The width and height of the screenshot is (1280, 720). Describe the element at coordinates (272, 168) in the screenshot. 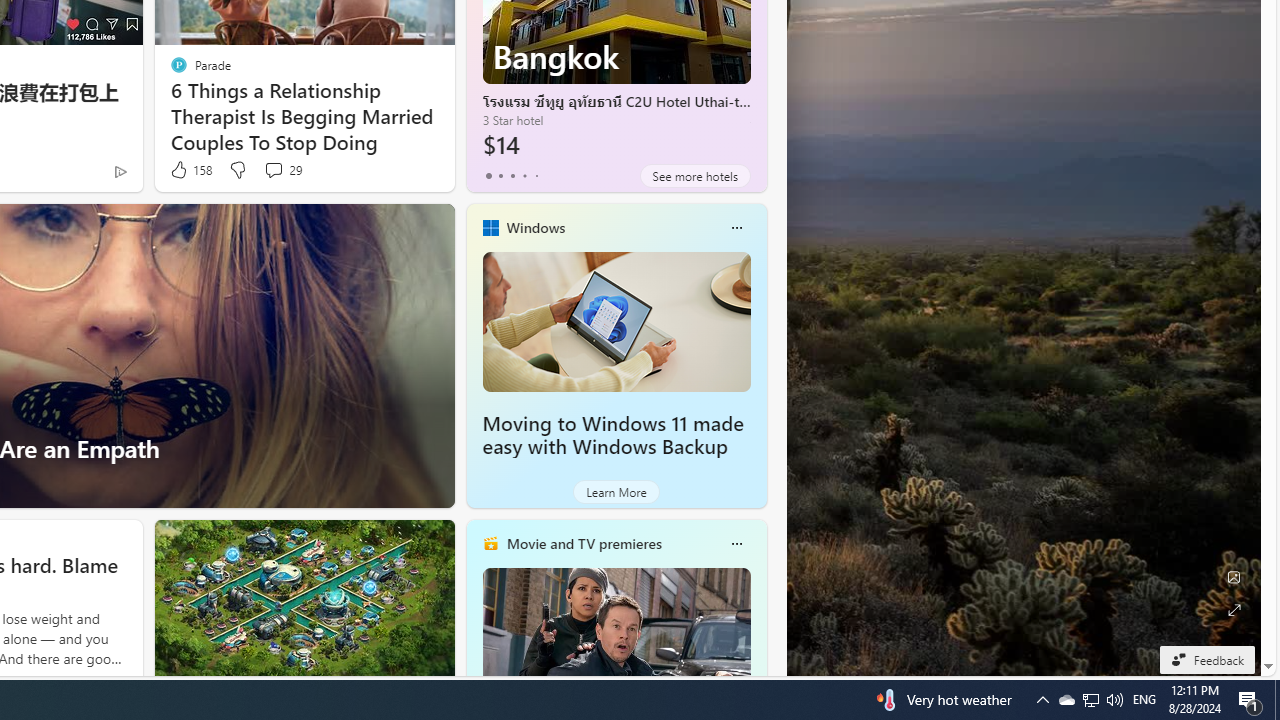

I see `'View comments 29 Comment'` at that location.